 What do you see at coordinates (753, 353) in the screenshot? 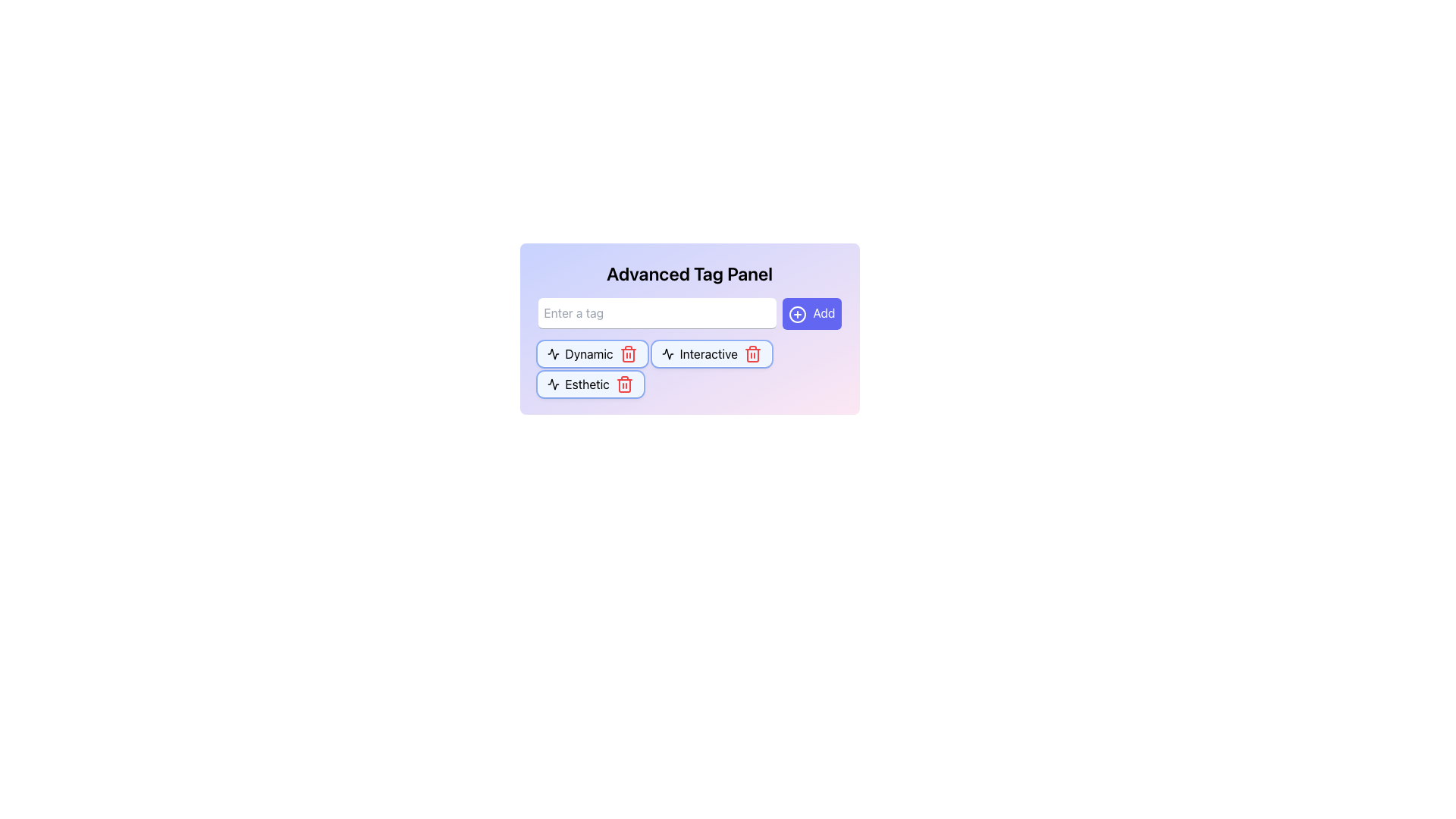
I see `the red trash bin icon button located on the far right side of the 'Interactive' tag entry` at bounding box center [753, 353].